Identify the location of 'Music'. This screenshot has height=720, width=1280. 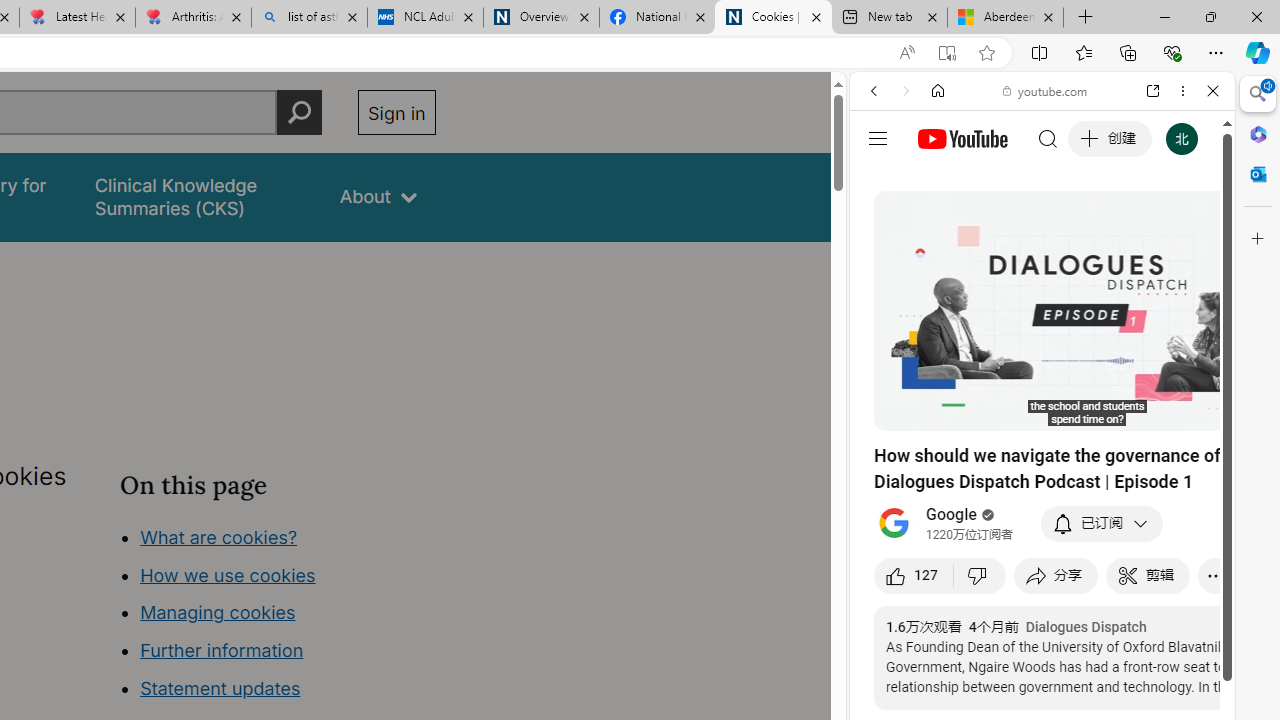
(1041, 544).